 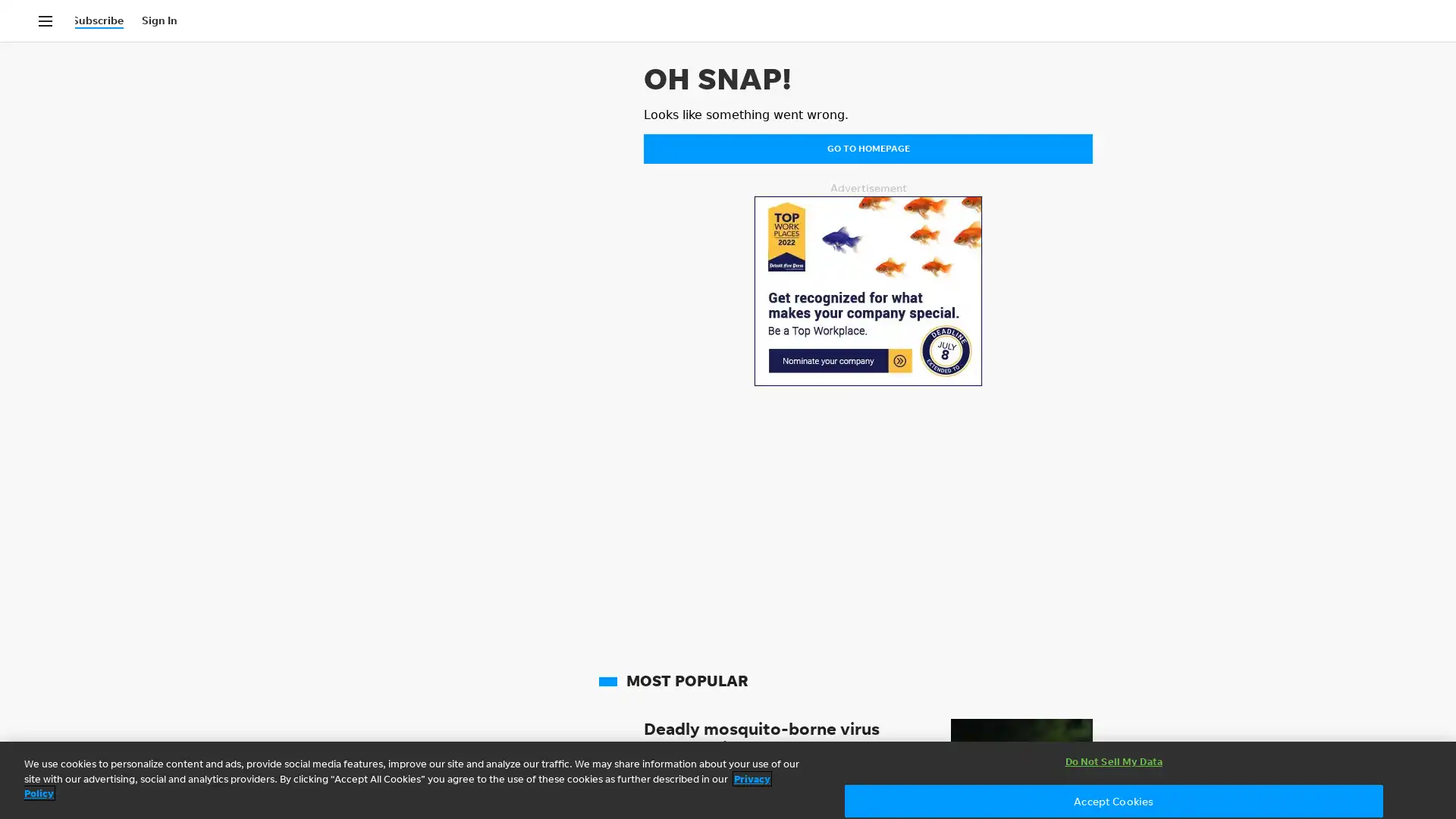 I want to click on Accept Cookies, so click(x=1113, y=800).